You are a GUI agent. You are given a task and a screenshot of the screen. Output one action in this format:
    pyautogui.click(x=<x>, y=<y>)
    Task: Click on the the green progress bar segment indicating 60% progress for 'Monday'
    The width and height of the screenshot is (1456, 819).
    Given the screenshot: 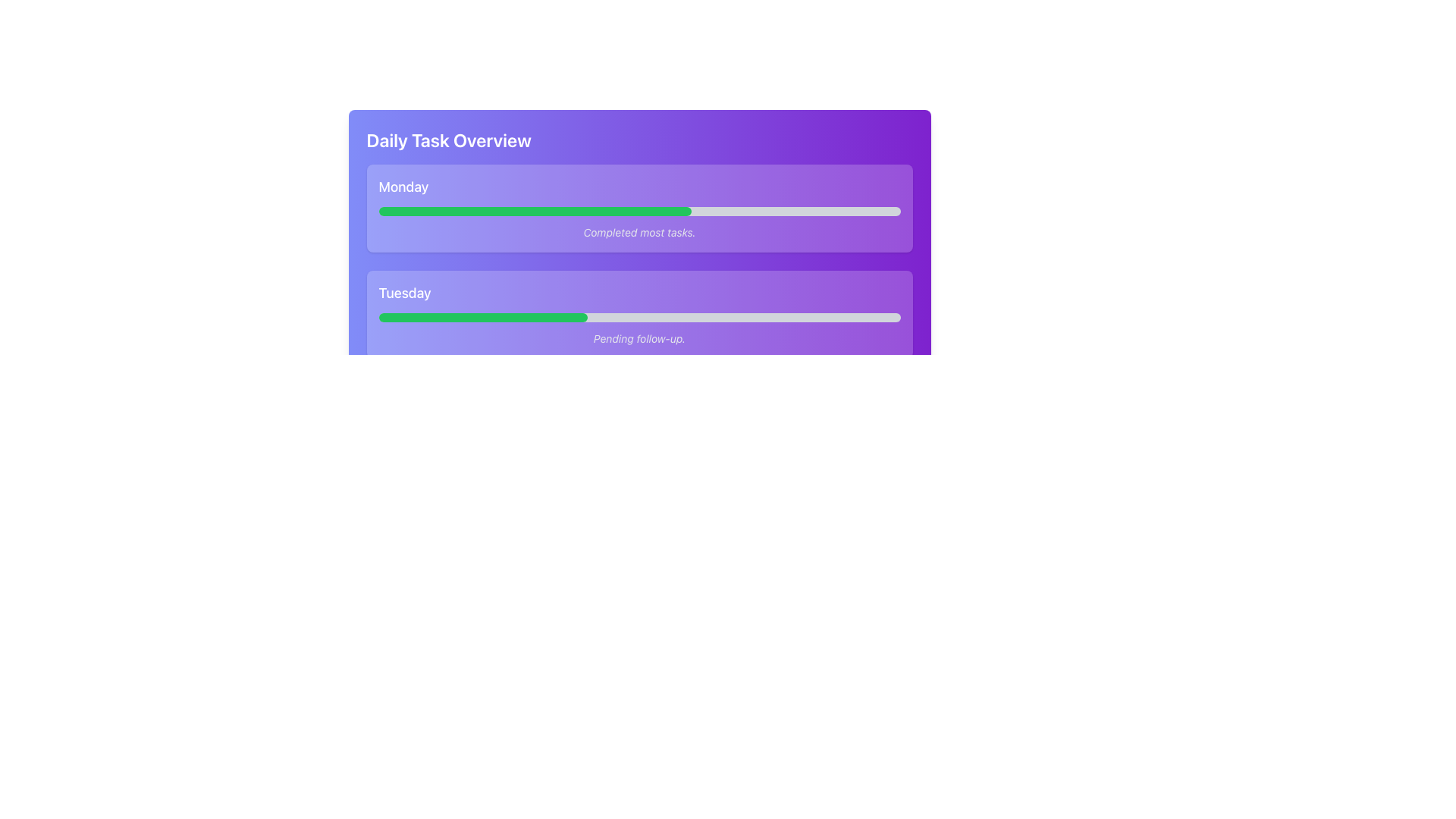 What is the action you would take?
    pyautogui.click(x=535, y=211)
    